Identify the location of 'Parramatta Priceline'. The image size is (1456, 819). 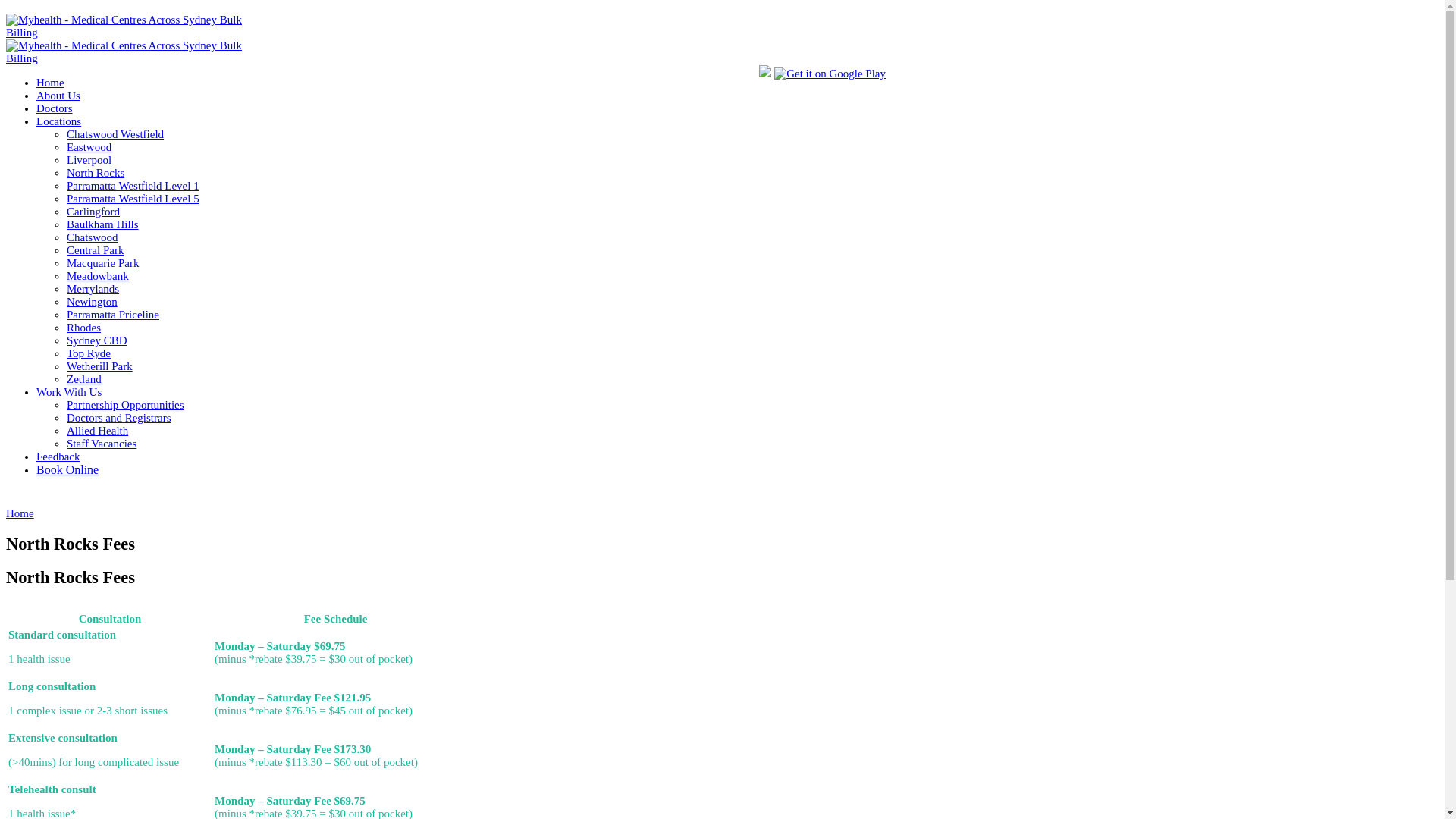
(65, 314).